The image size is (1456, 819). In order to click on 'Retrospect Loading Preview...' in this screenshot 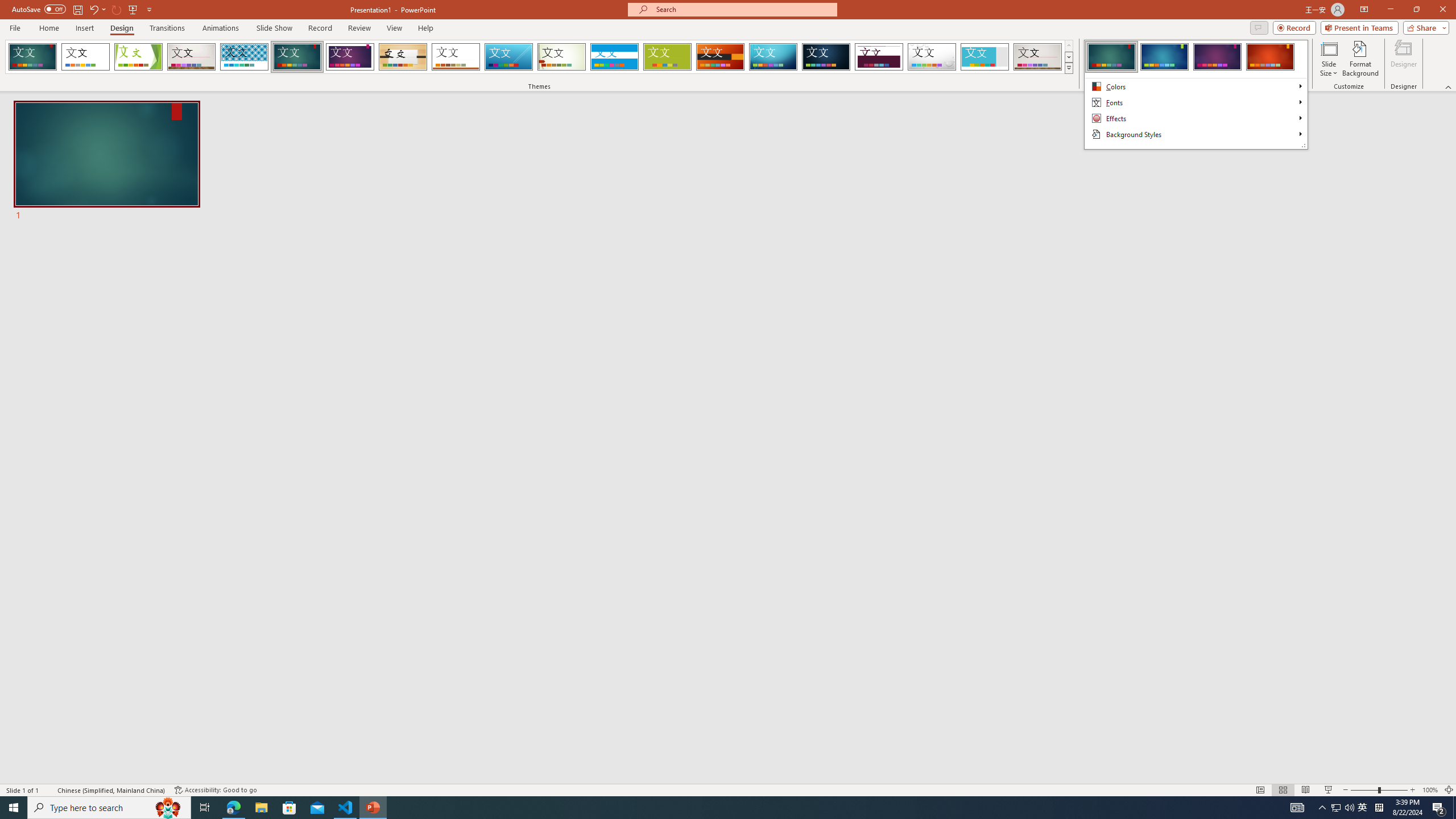, I will do `click(455, 56)`.